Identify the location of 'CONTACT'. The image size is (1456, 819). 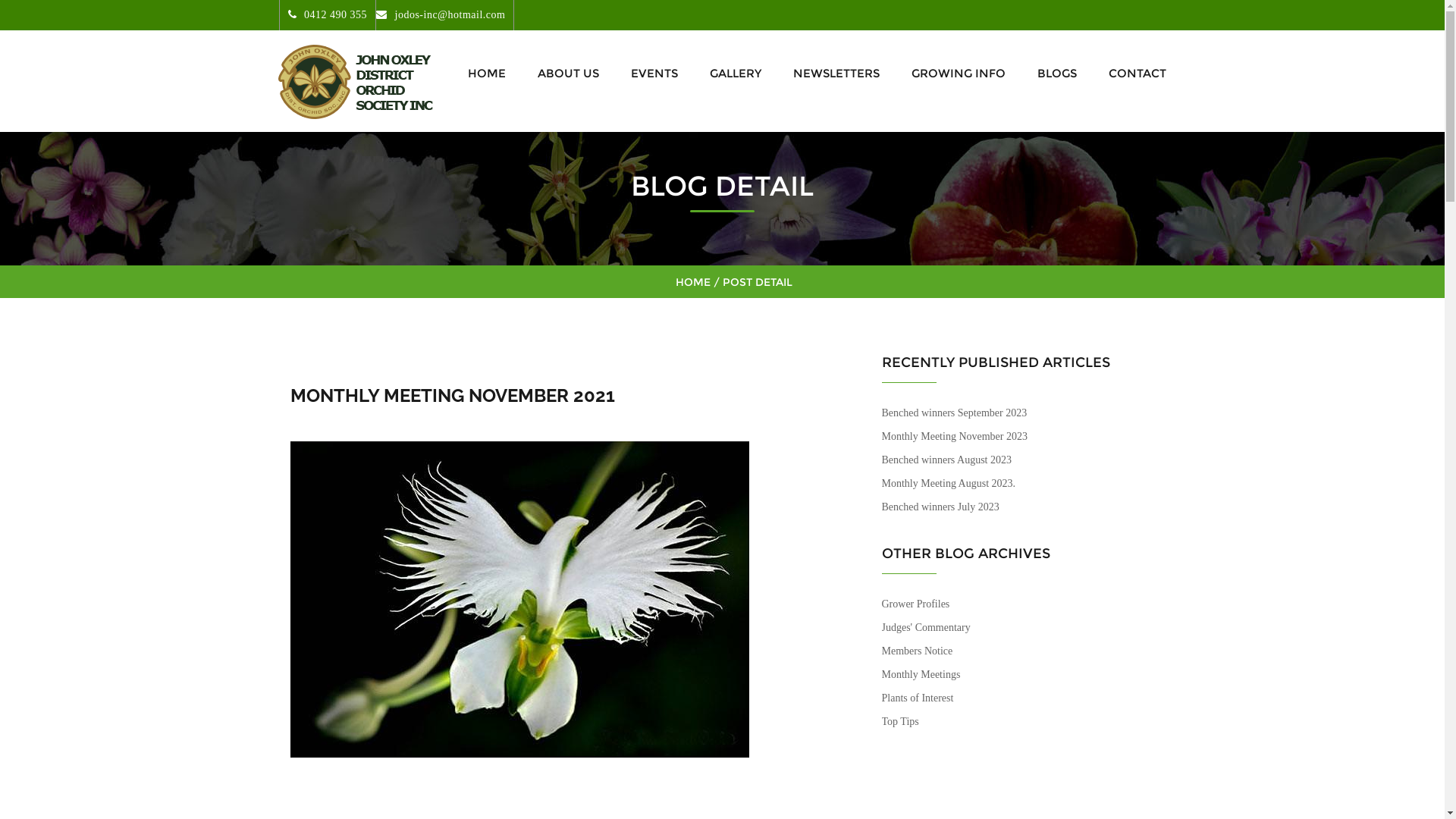
(1132, 73).